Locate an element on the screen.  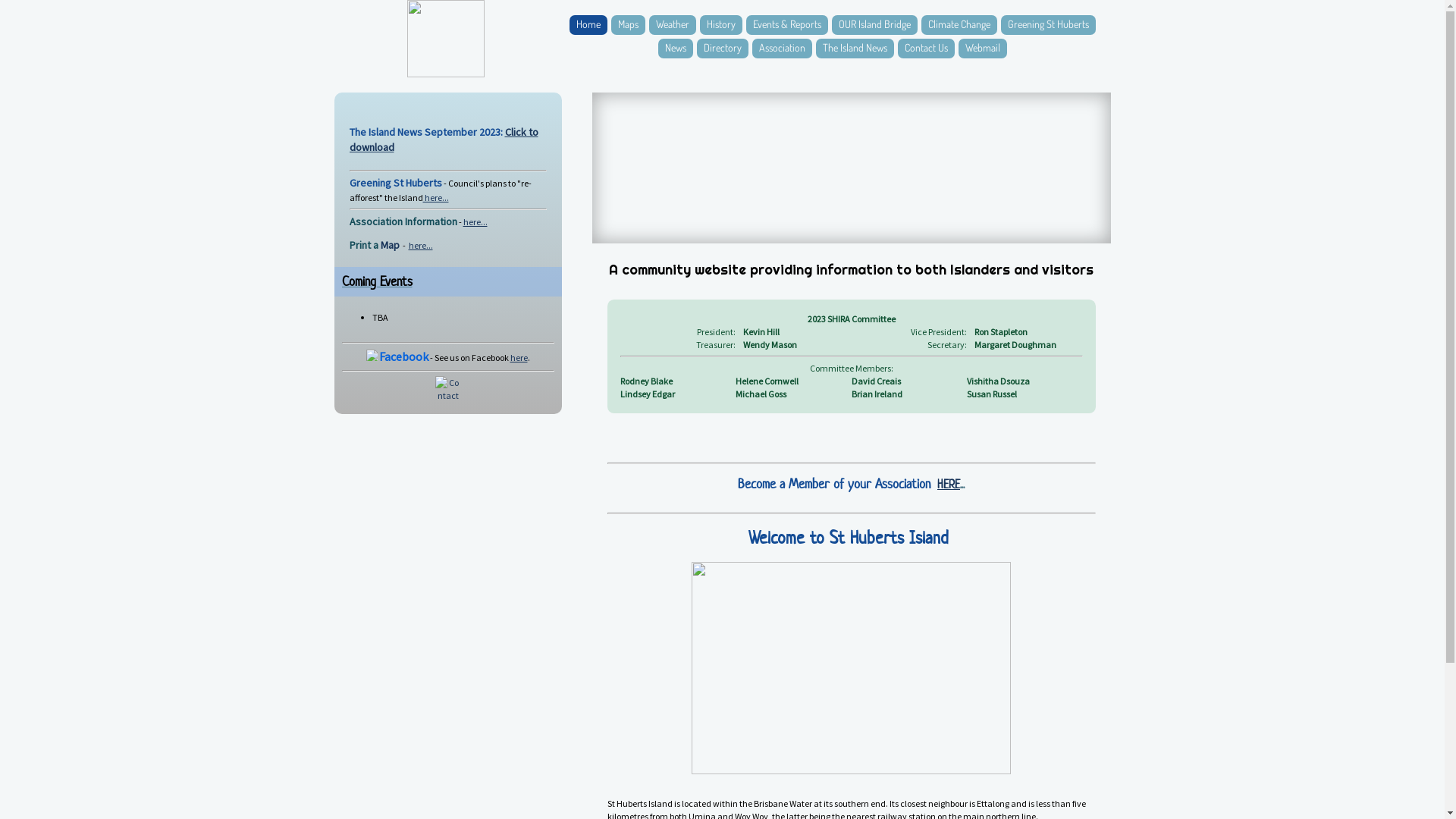
'Climate Change' is located at coordinates (957, 25).